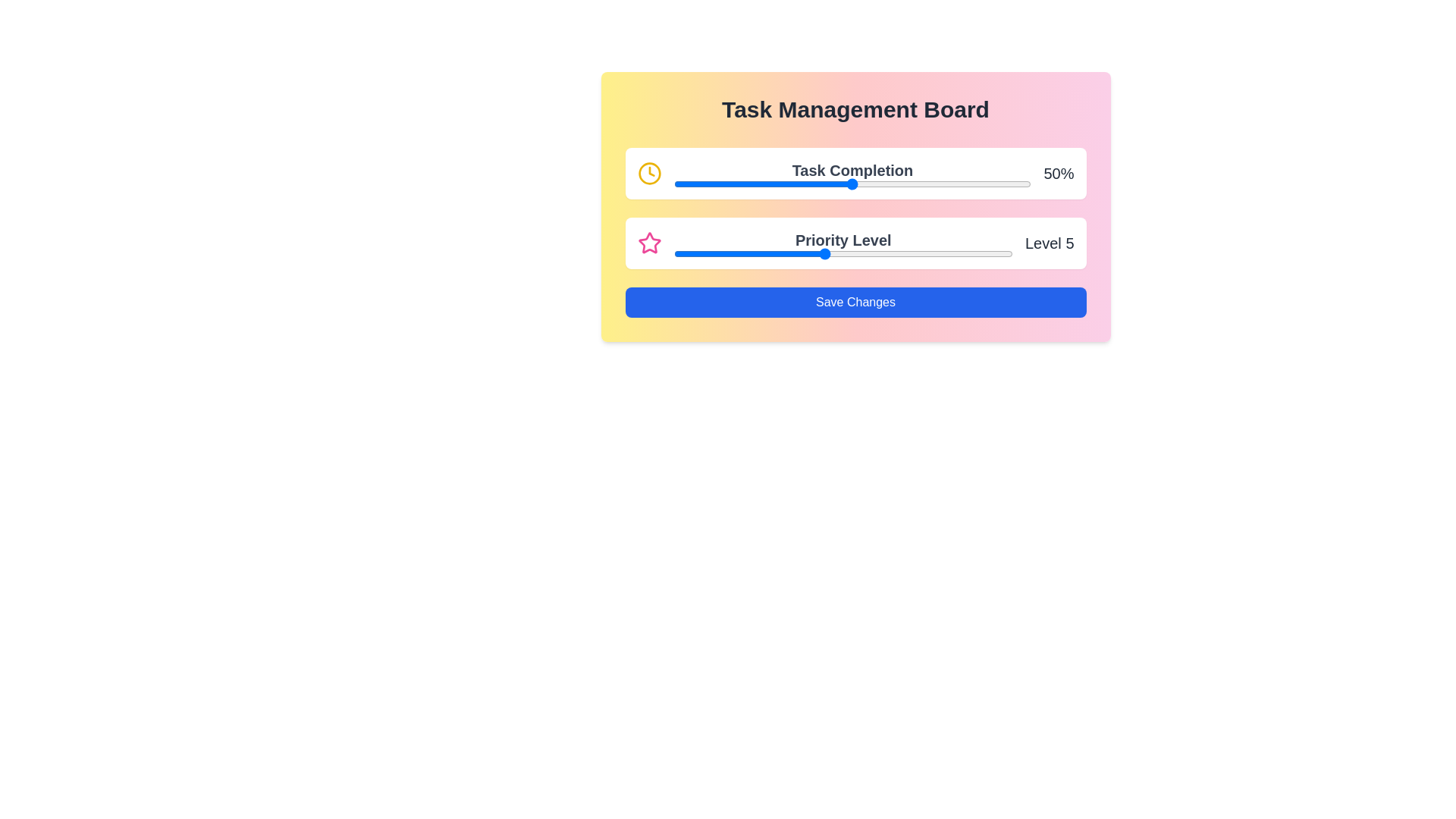 The width and height of the screenshot is (1456, 819). I want to click on the pink five-pointed star icon with a hollow center located near the 'Priority Level' label, so click(649, 242).